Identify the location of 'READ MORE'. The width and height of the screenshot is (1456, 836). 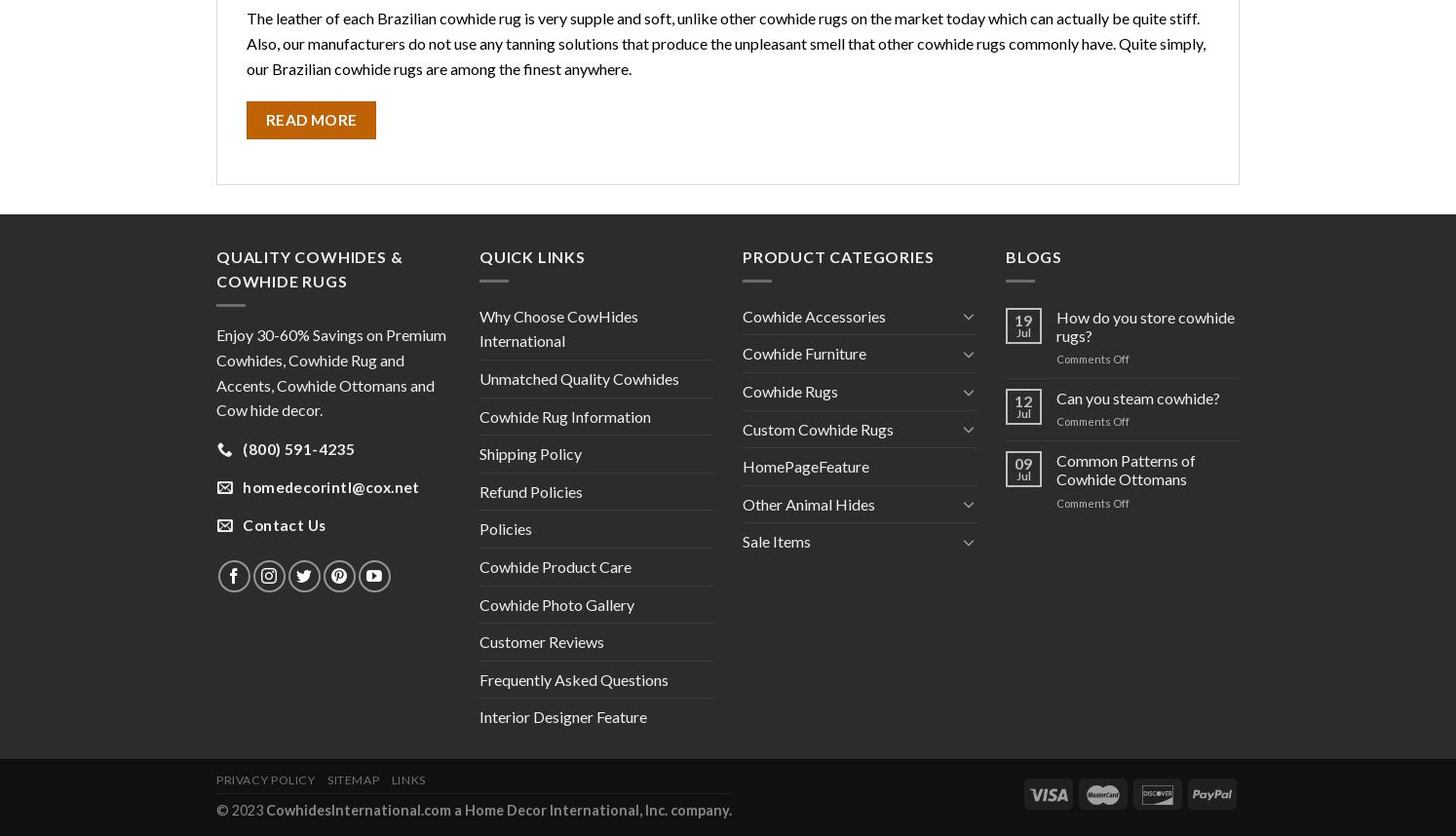
(309, 119).